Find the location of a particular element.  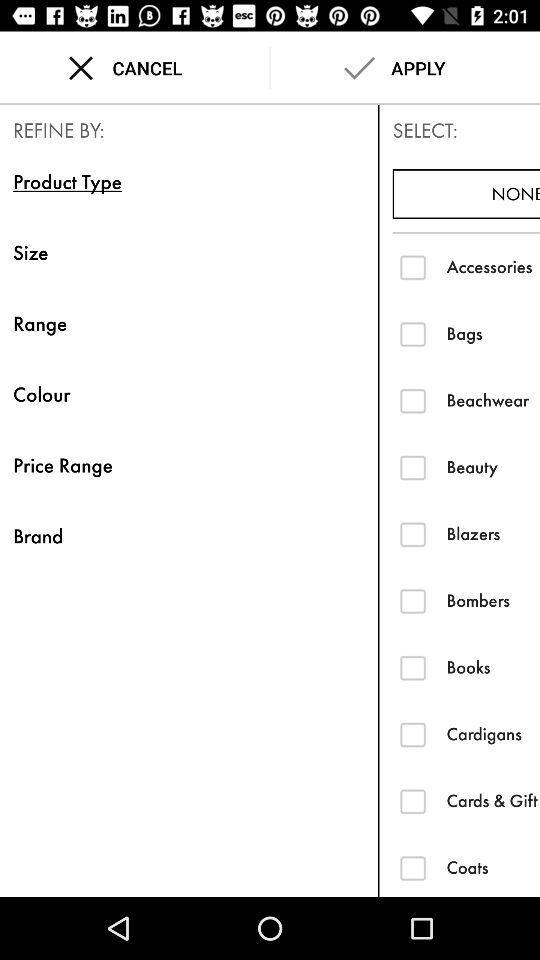

icon above coats item is located at coordinates (492, 801).